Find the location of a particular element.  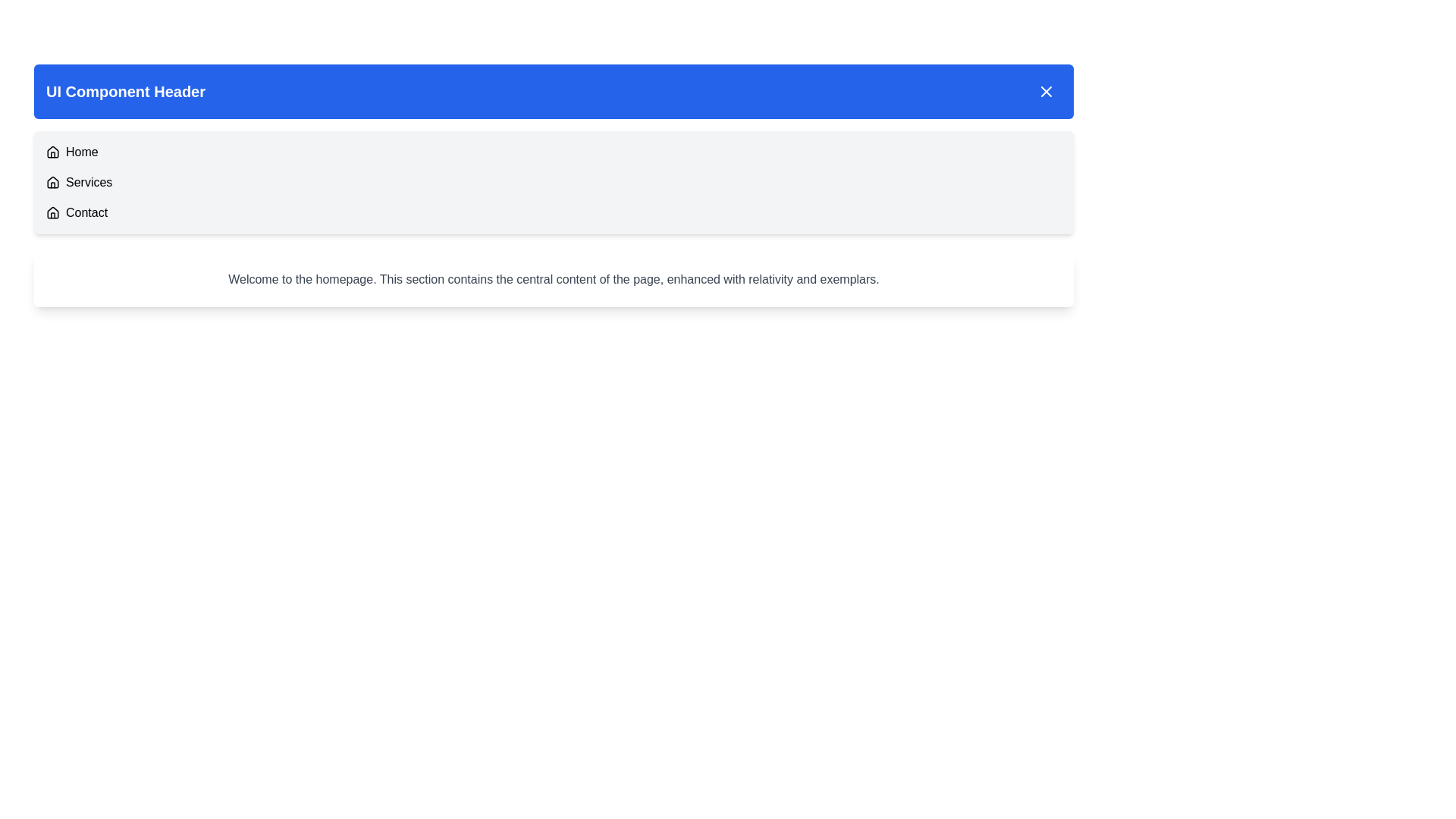

the 'UI Component Header' label, which is styled with bold and large font, displaying in white on a blue background at the top-left corner of the header section is located at coordinates (126, 91).